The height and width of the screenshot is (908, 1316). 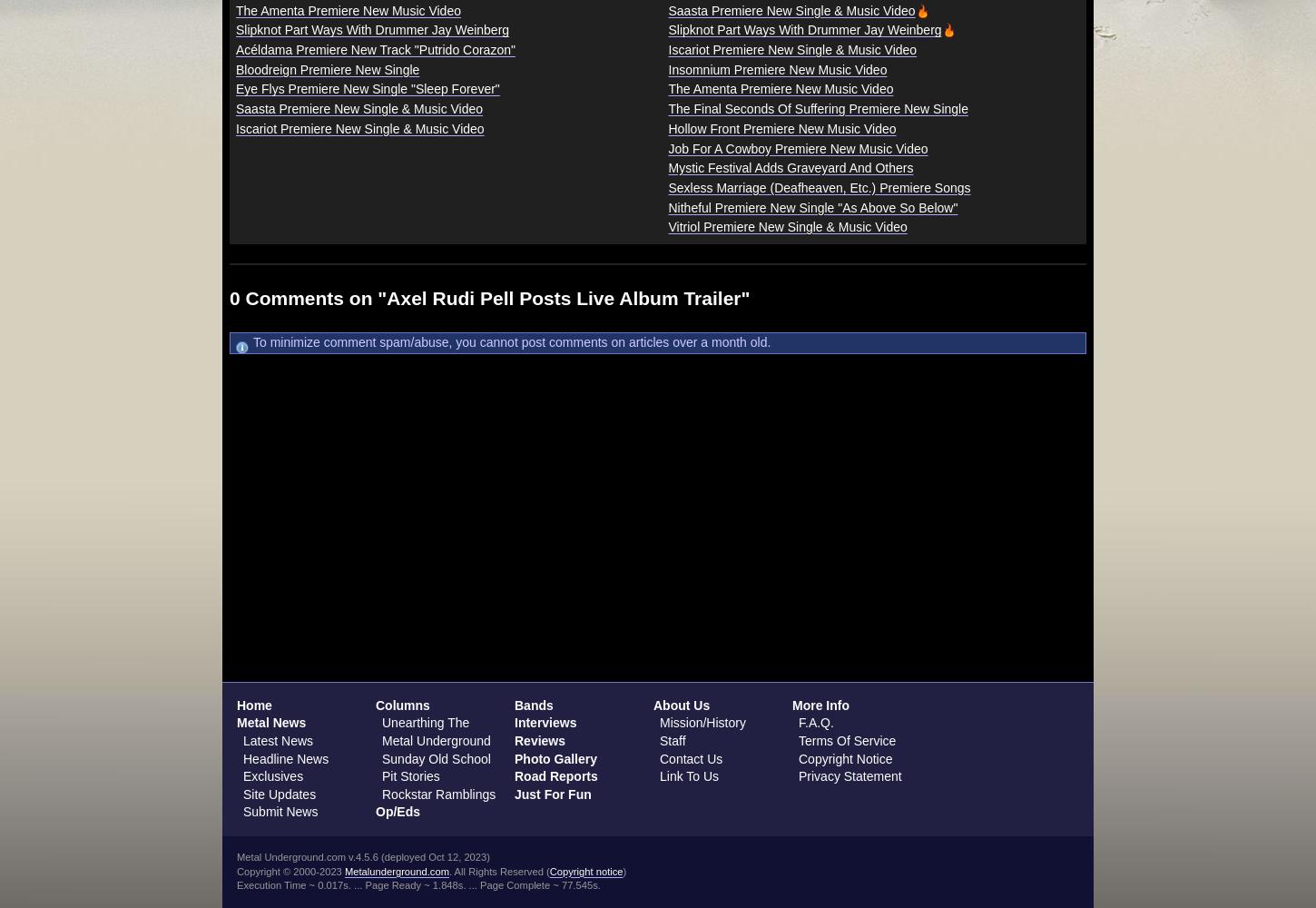 What do you see at coordinates (374, 50) in the screenshot?
I see `'Acéldama Premiere New Track "Putrido Corazon"'` at bounding box center [374, 50].